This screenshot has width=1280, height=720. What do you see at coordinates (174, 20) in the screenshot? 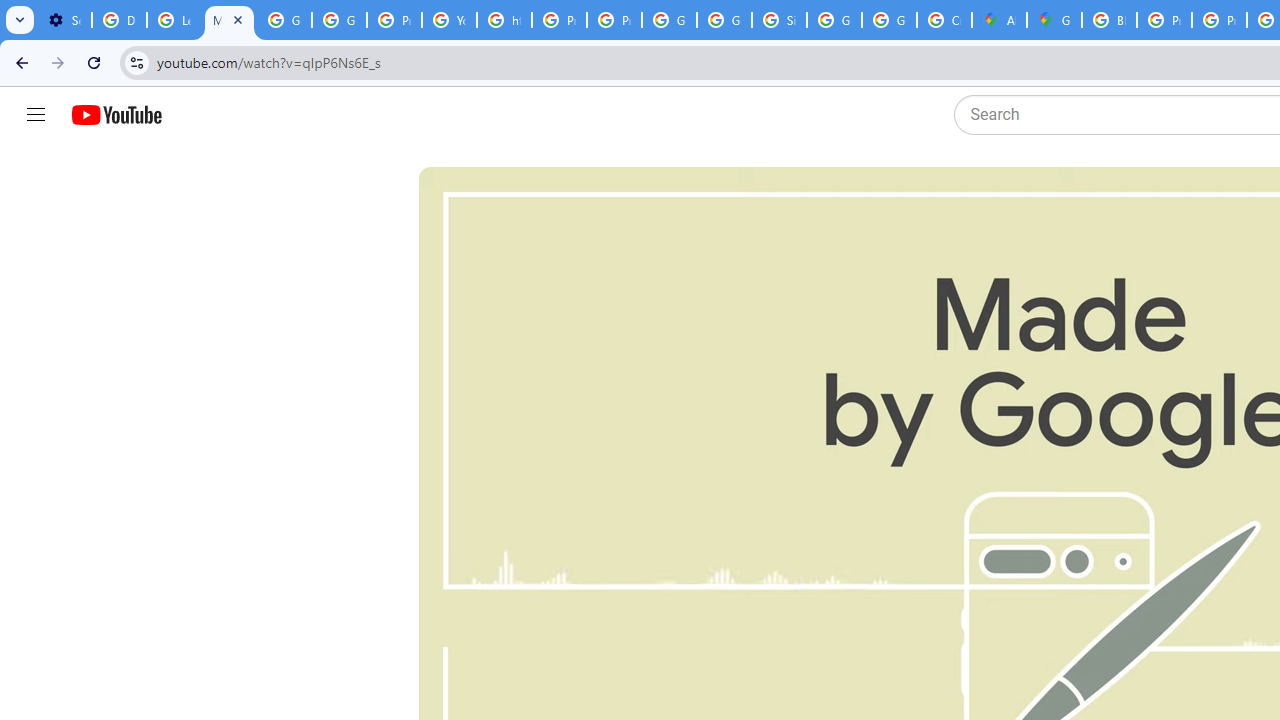
I see `'Learn how to find your photos - Google Photos Help'` at bounding box center [174, 20].